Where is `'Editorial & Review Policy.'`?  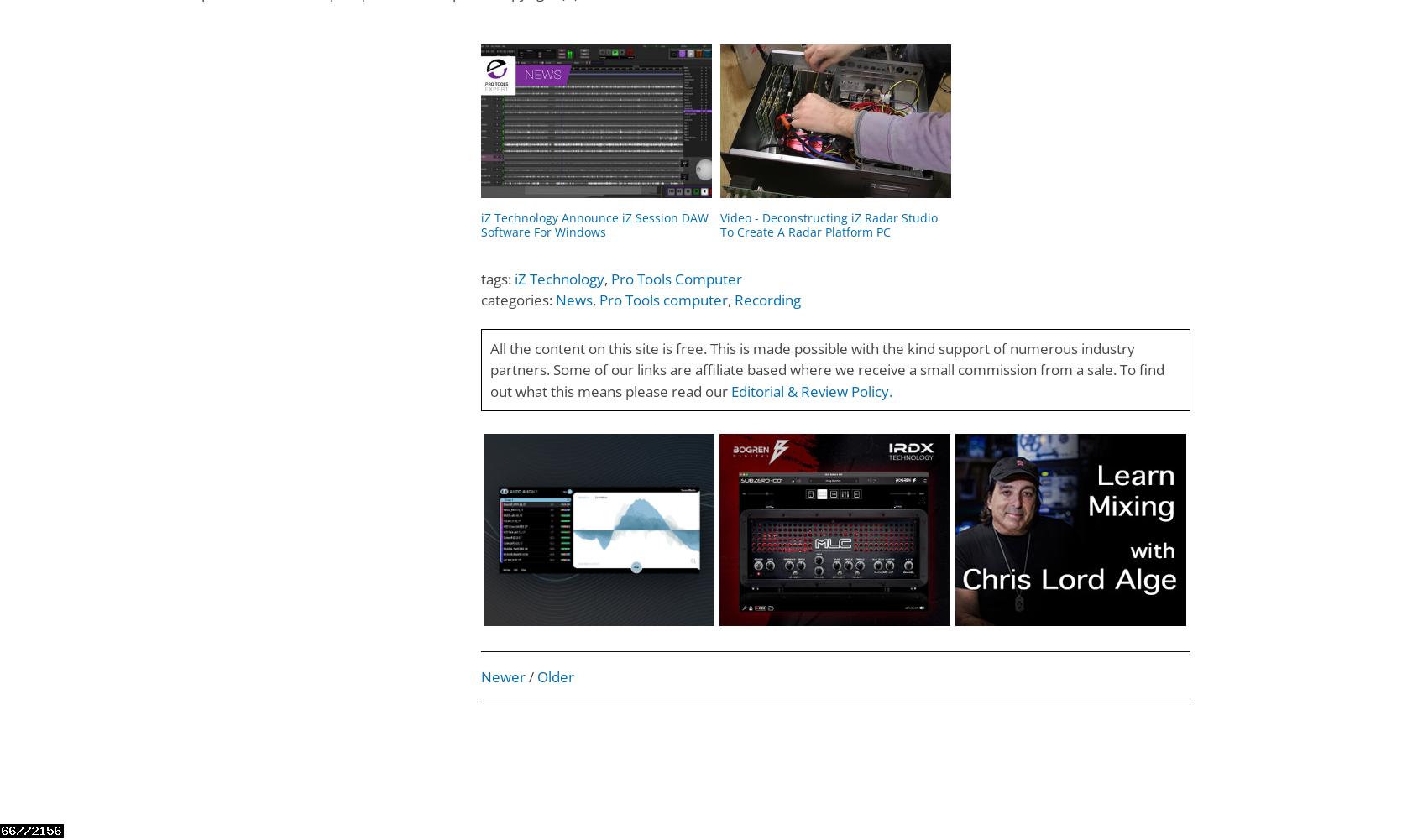 'Editorial & Review Policy.' is located at coordinates (811, 390).